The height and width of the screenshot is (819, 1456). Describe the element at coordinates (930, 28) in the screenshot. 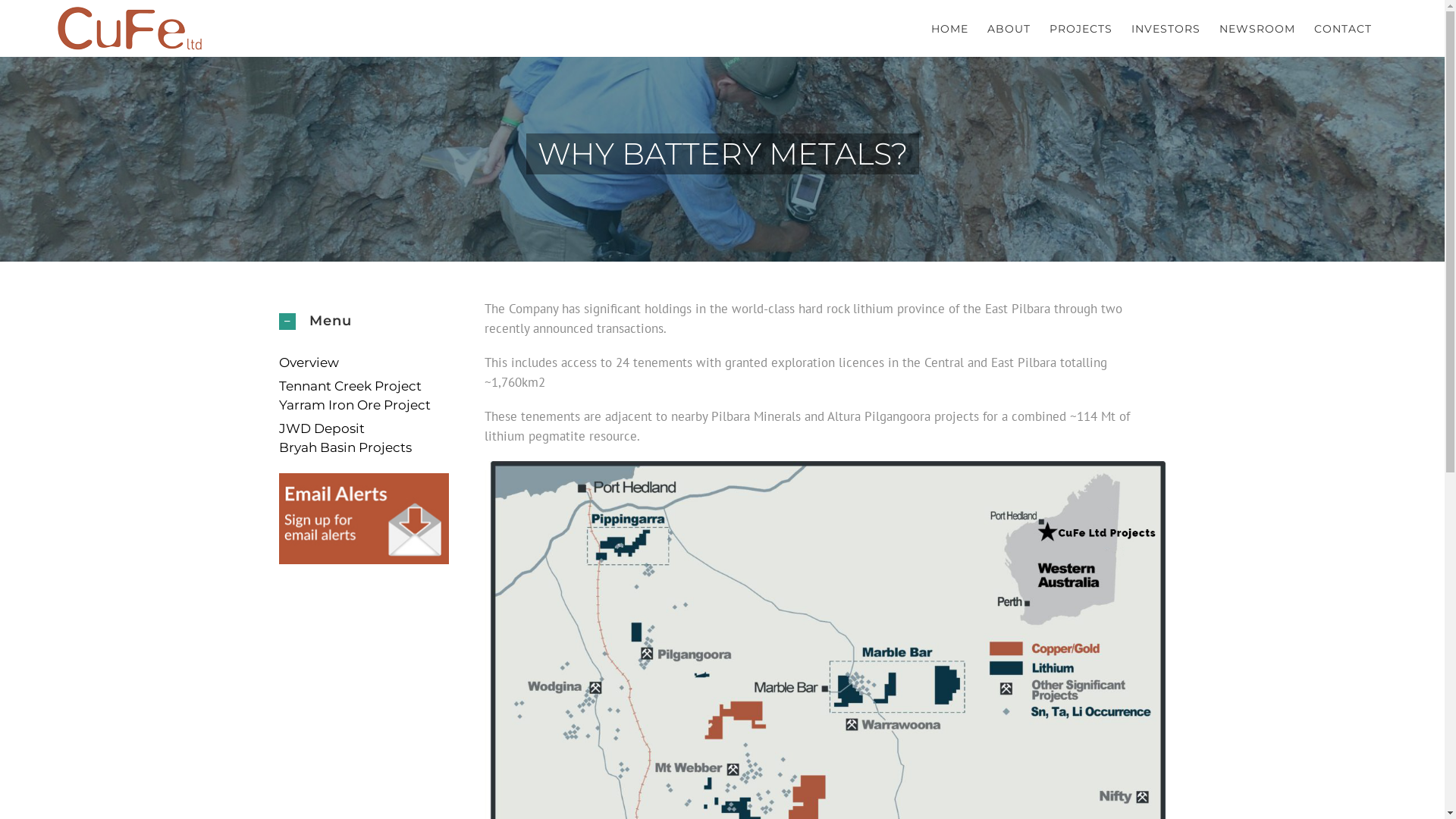

I see `'HOME'` at that location.